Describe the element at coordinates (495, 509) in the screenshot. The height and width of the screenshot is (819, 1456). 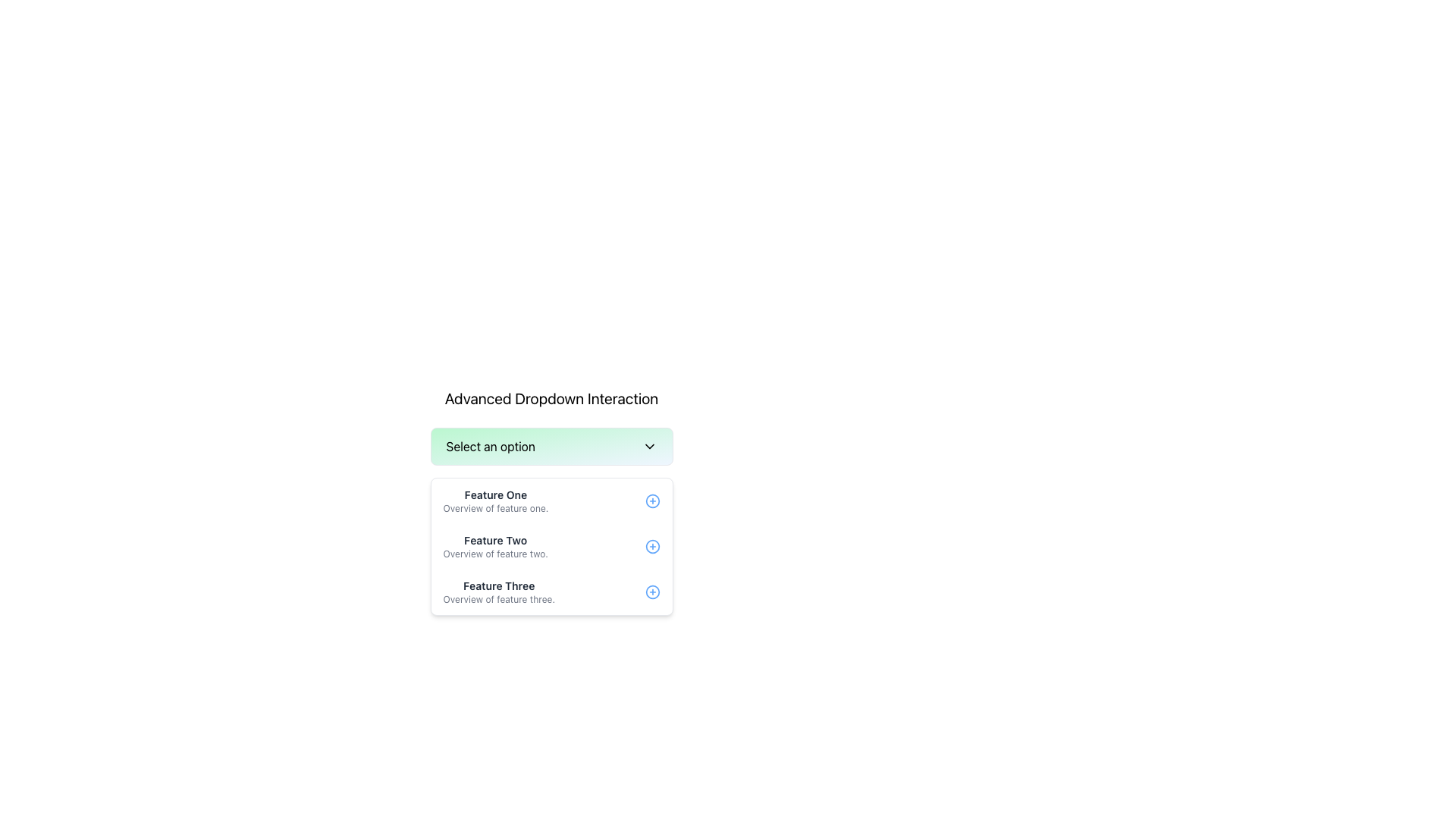
I see `the Text Label that provides a summary related to 'Feature One', located immediately below the title 'Feature One'` at that location.